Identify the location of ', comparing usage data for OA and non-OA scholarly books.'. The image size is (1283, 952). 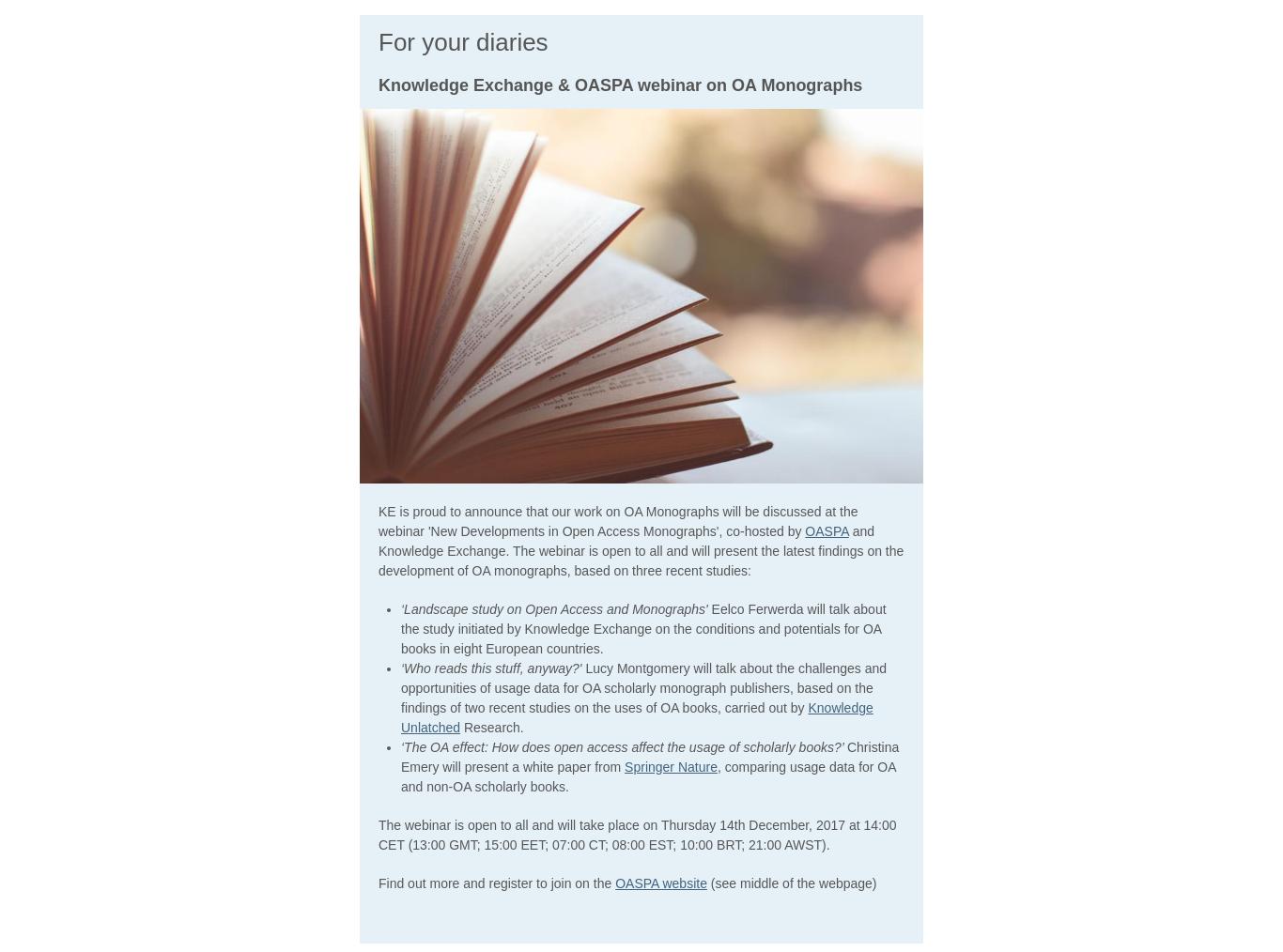
(400, 775).